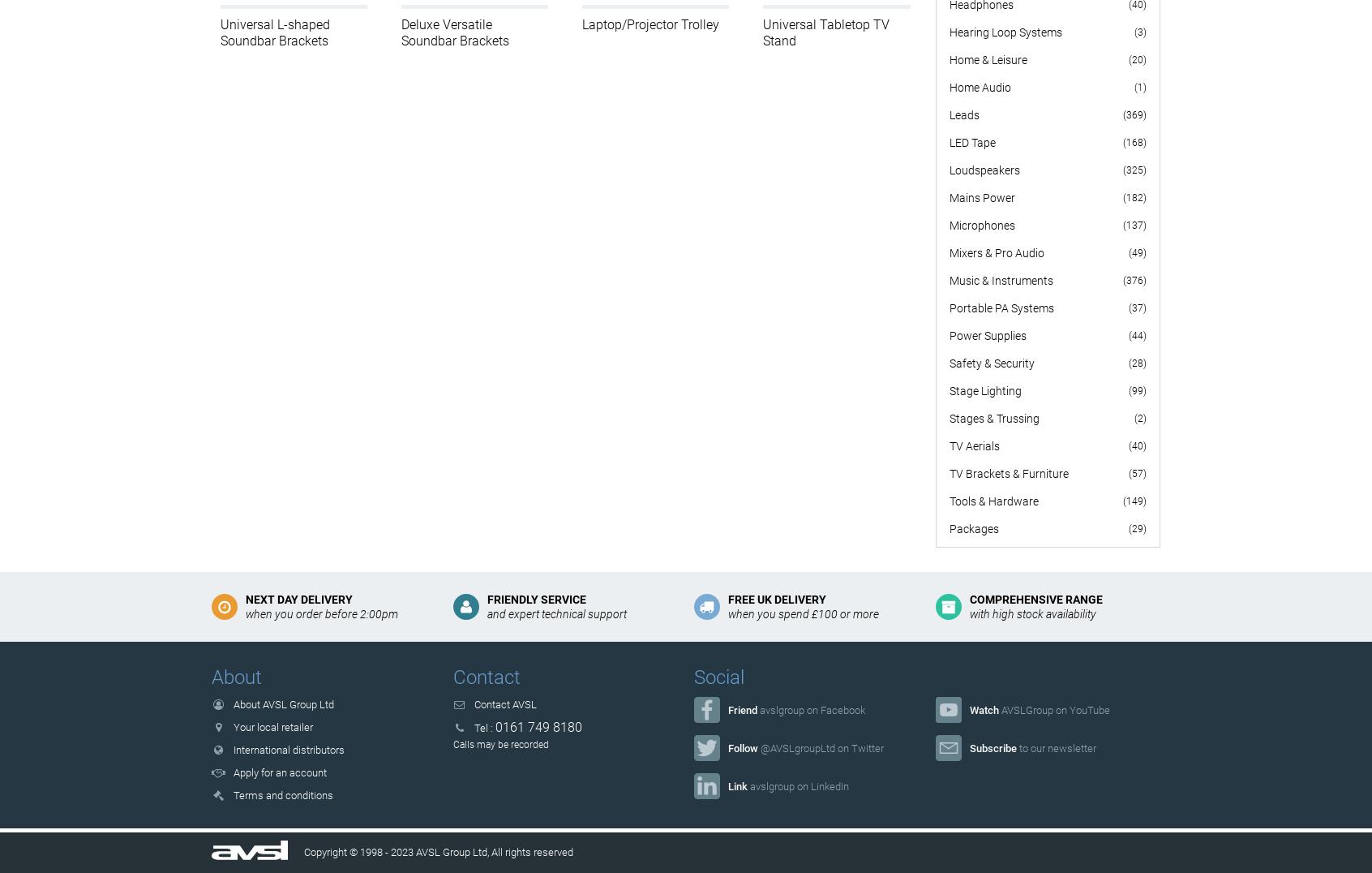  What do you see at coordinates (1034, 598) in the screenshot?
I see `'COMPREHENSIVE RANGE'` at bounding box center [1034, 598].